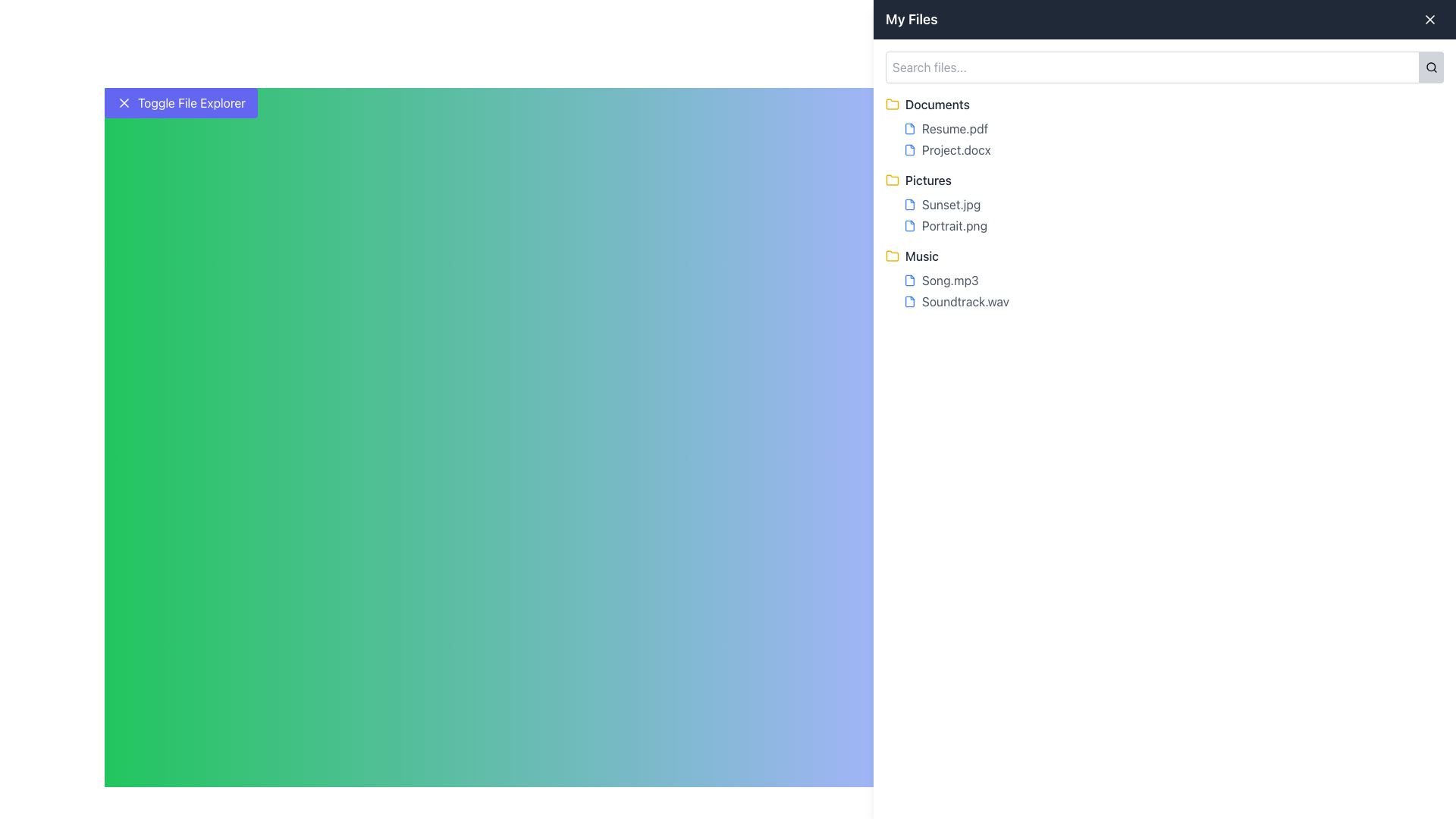 The height and width of the screenshot is (819, 1456). I want to click on to select the file 'Soundtrack.wav' in the Music folder, which is the second file listed under the My Files section, so click(1173, 301).